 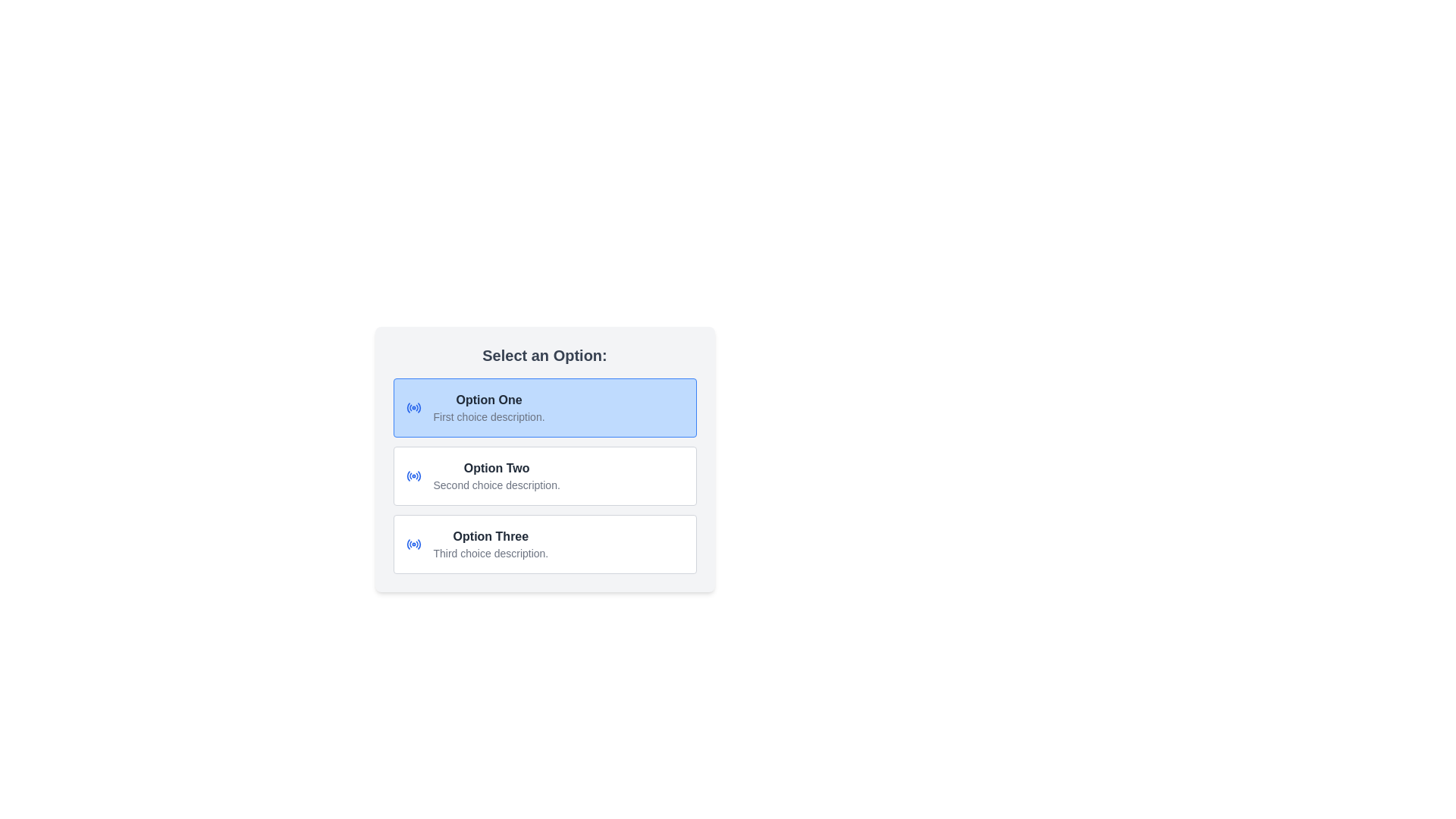 What do you see at coordinates (544, 475) in the screenshot?
I see `the highlighted option card 'Option Two' in the list of selectable option cards` at bounding box center [544, 475].